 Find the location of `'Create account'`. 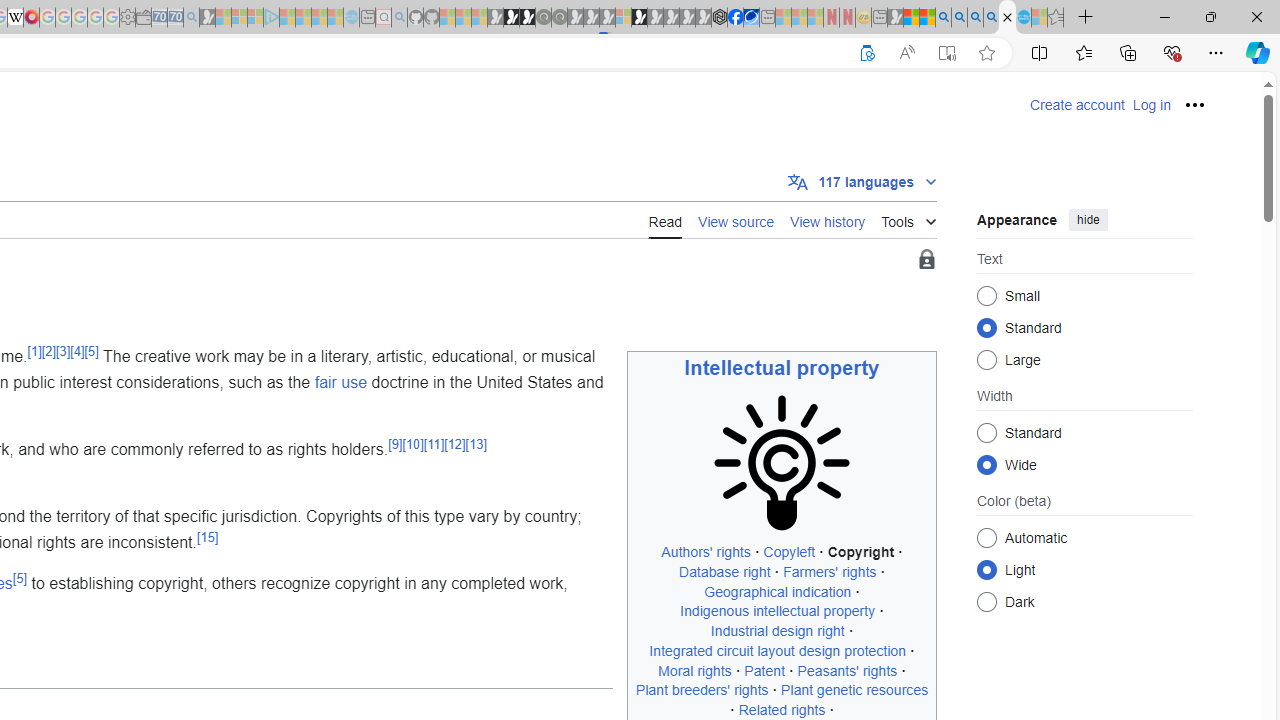

'Create account' is located at coordinates (1076, 105).